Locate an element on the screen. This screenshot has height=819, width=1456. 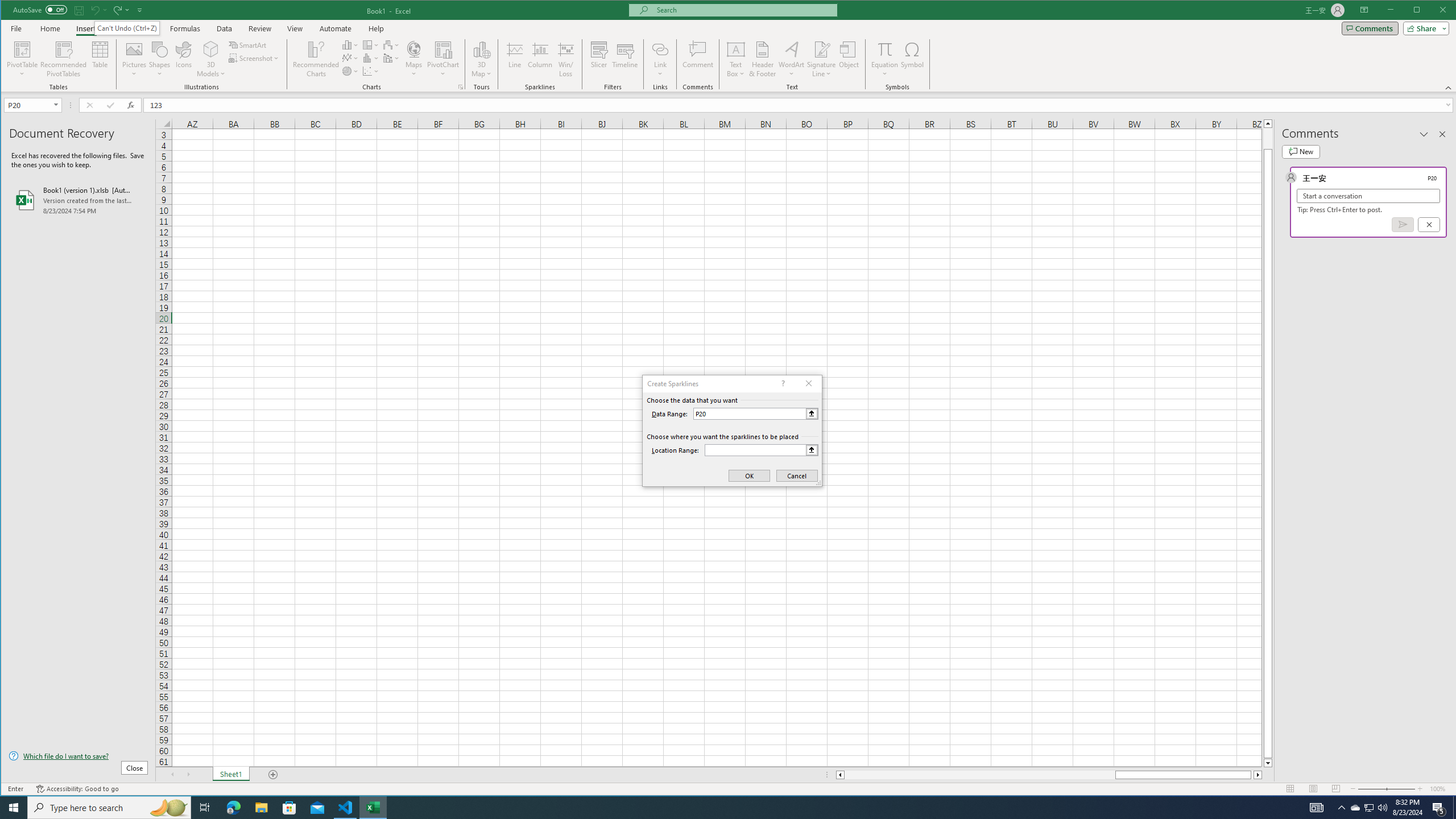
'Recommended PivotTables' is located at coordinates (63, 59).